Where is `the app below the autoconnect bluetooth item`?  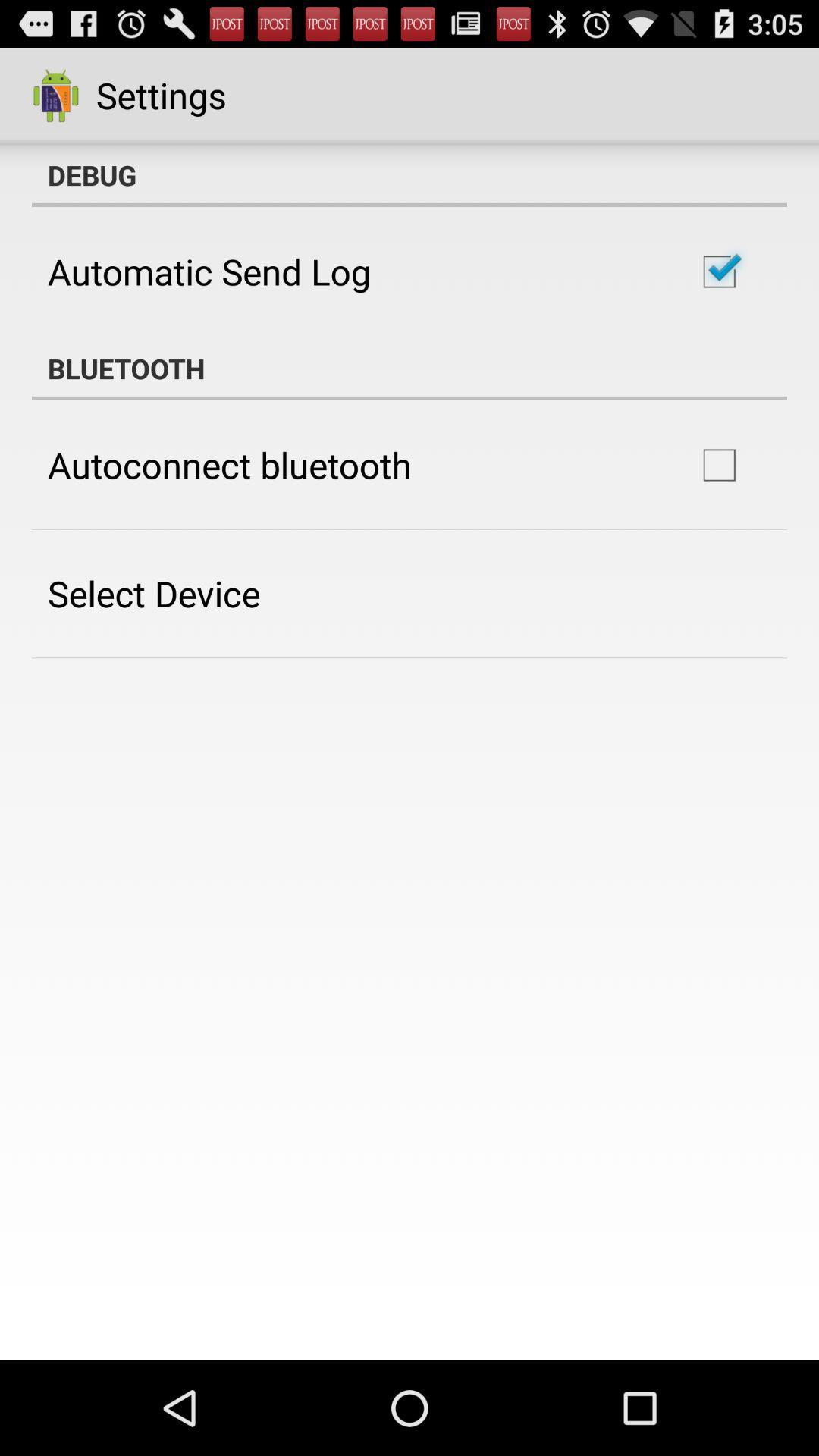
the app below the autoconnect bluetooth item is located at coordinates (154, 592).